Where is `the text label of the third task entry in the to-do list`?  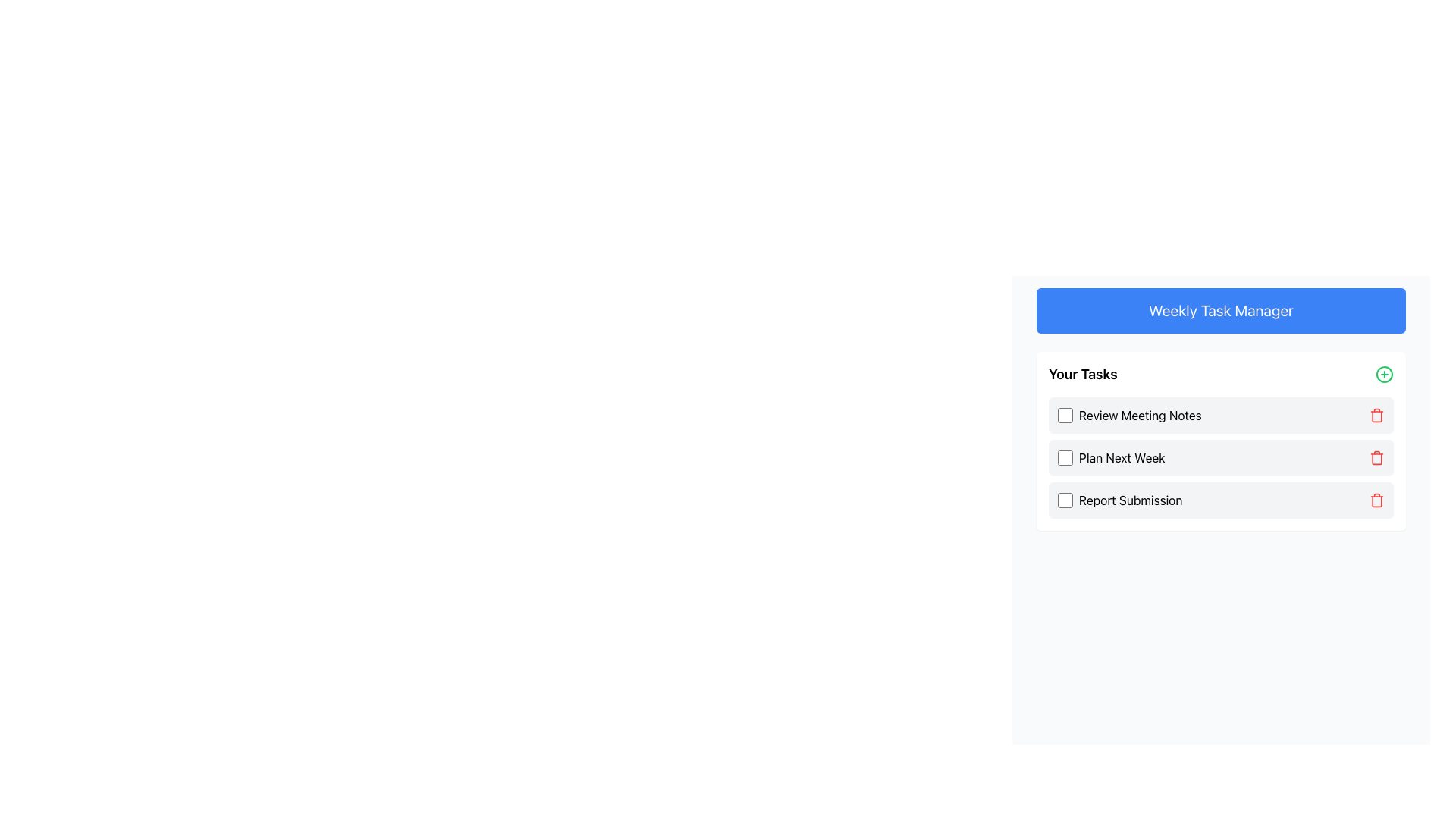
the text label of the third task entry in the to-do list is located at coordinates (1120, 500).